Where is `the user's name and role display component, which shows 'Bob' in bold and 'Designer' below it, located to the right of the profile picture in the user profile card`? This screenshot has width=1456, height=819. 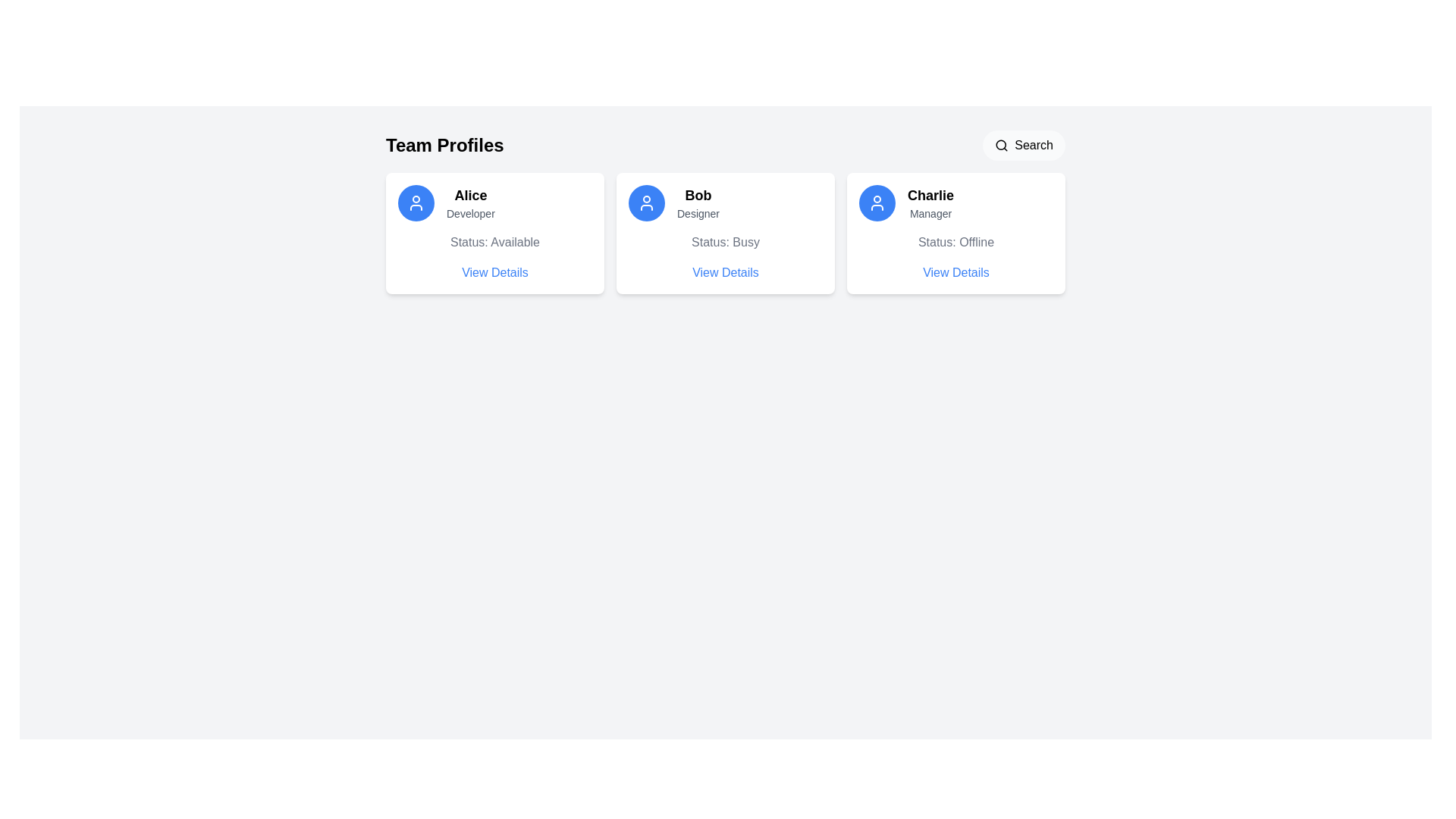
the user's name and role display component, which shows 'Bob' in bold and 'Designer' below it, located to the right of the profile picture in the user profile card is located at coordinates (724, 202).